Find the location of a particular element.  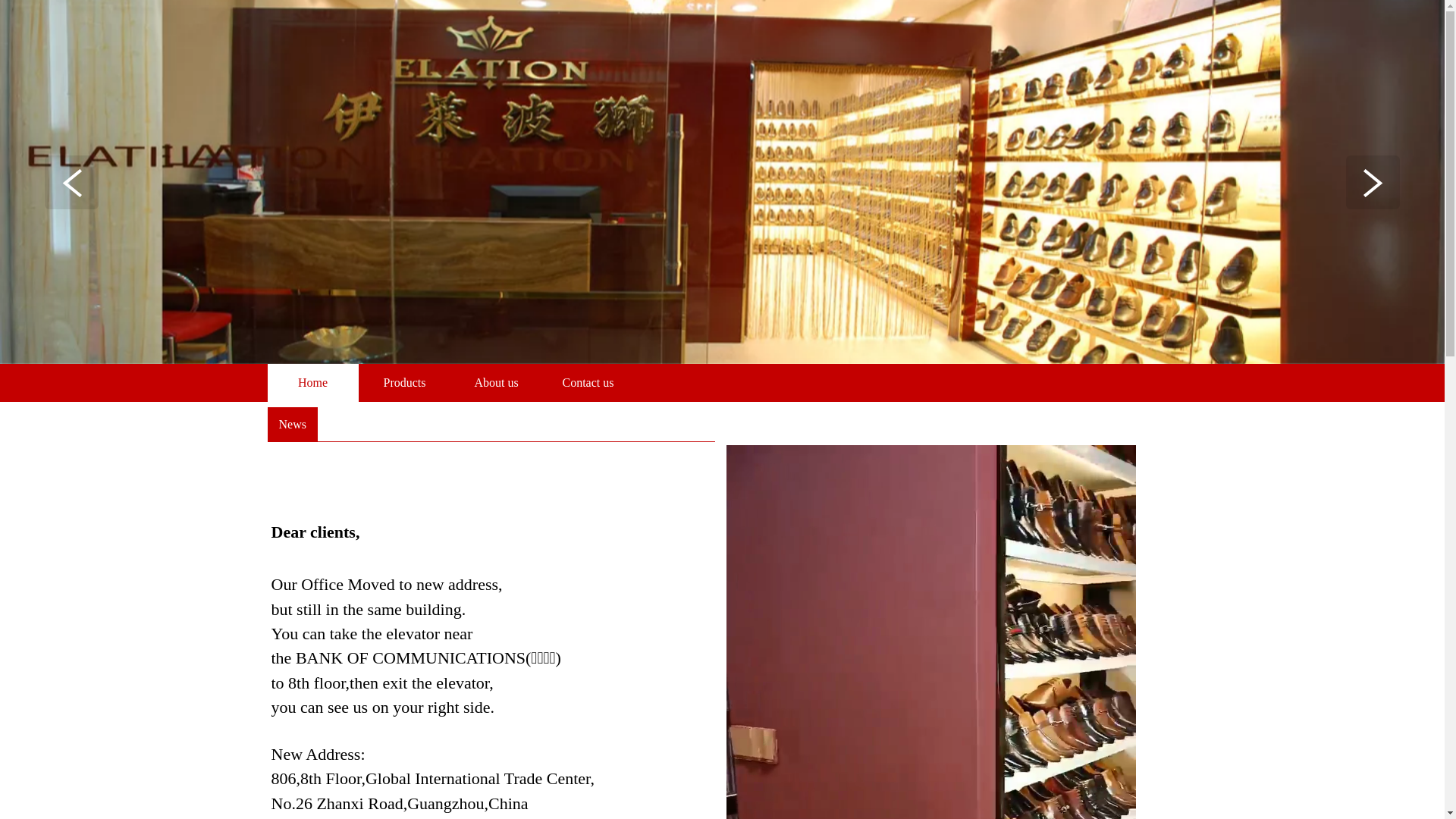

'Products' is located at coordinates (404, 382).